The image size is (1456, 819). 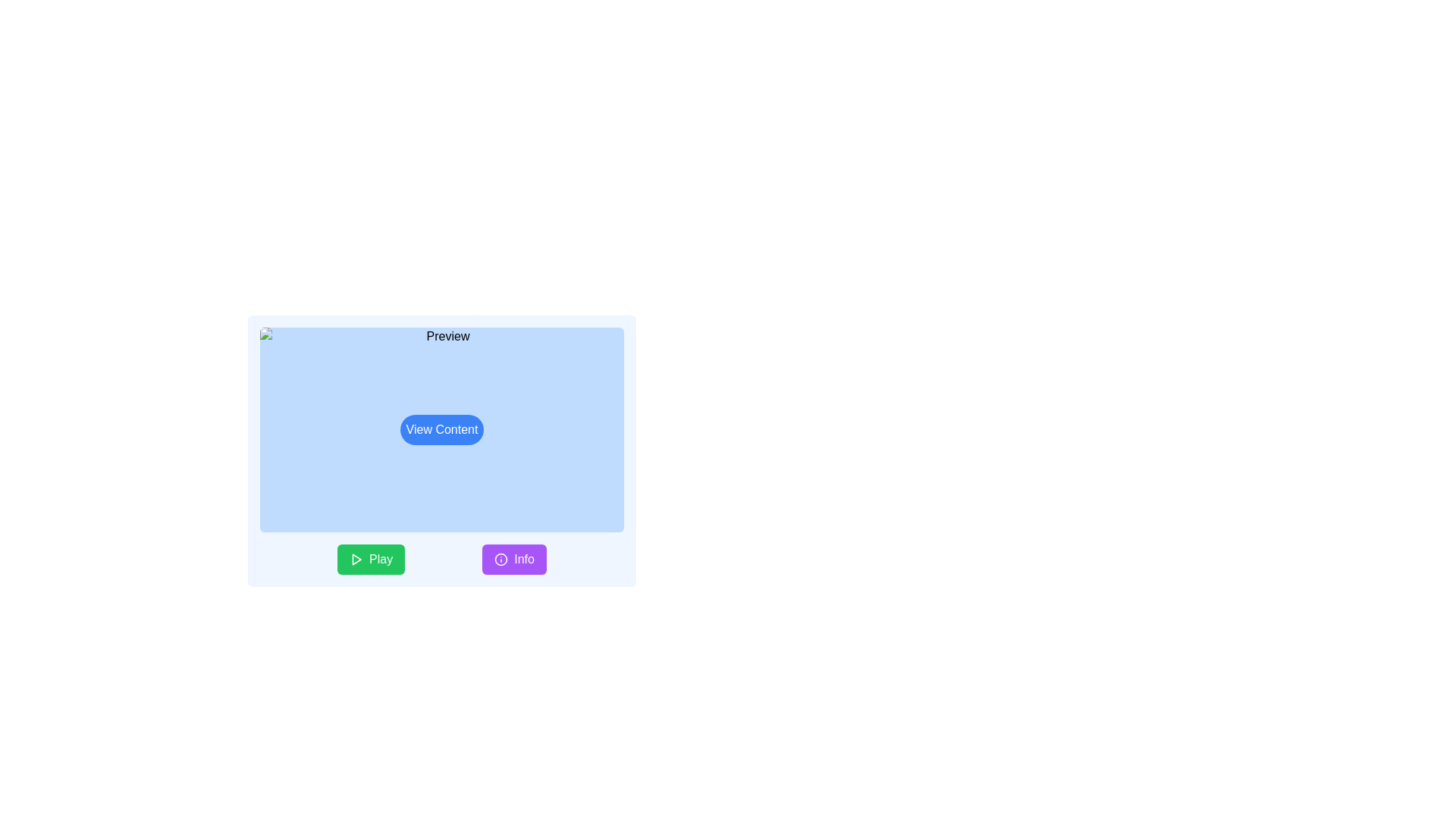 What do you see at coordinates (501, 559) in the screenshot?
I see `the 'i' SVG icon within the purple 'Info' button located at the lower right of the interface beside the 'Play' button` at bounding box center [501, 559].